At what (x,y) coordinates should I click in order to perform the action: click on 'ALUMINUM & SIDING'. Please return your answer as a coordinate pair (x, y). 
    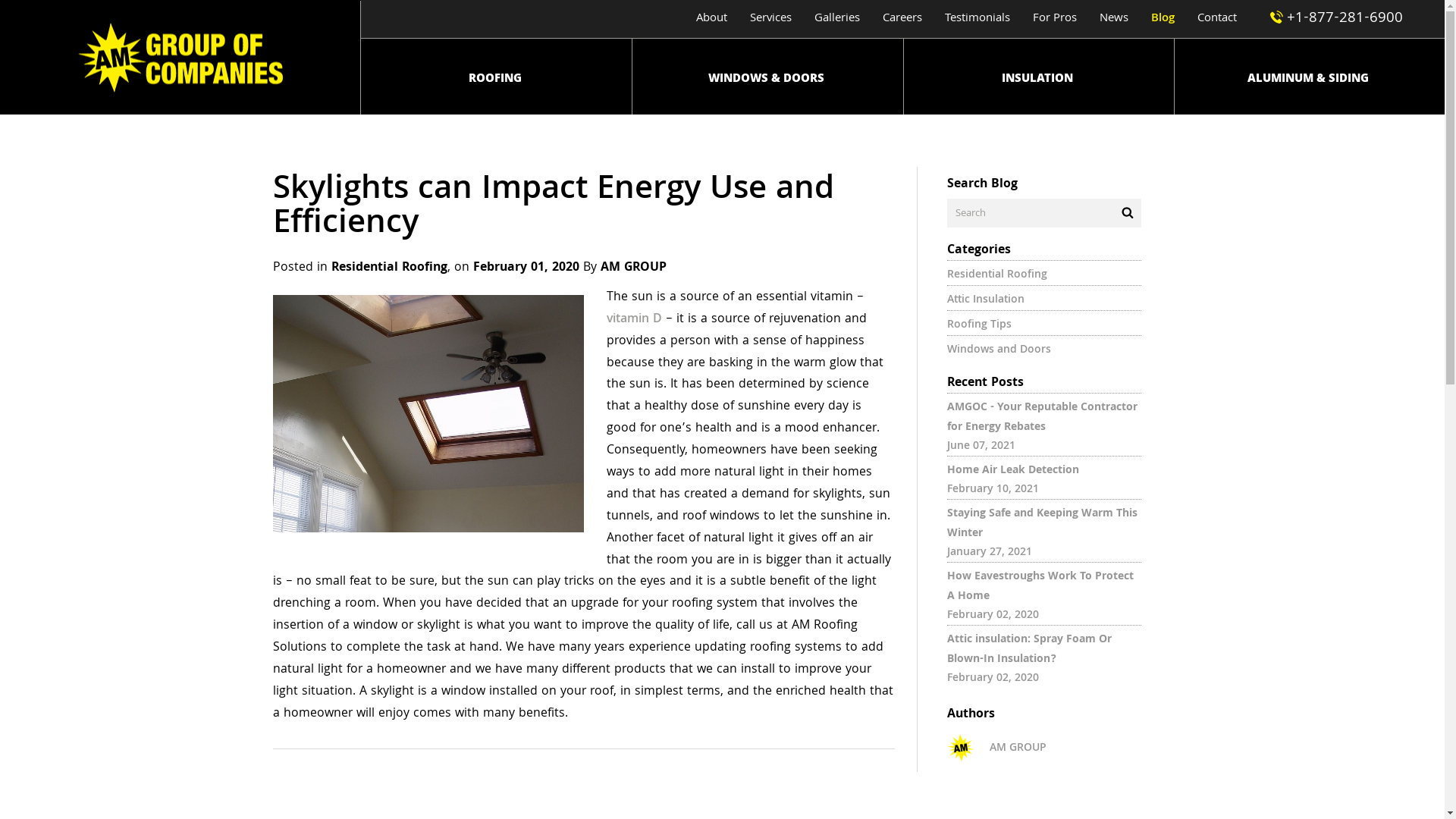
    Looking at the image, I should click on (1307, 76).